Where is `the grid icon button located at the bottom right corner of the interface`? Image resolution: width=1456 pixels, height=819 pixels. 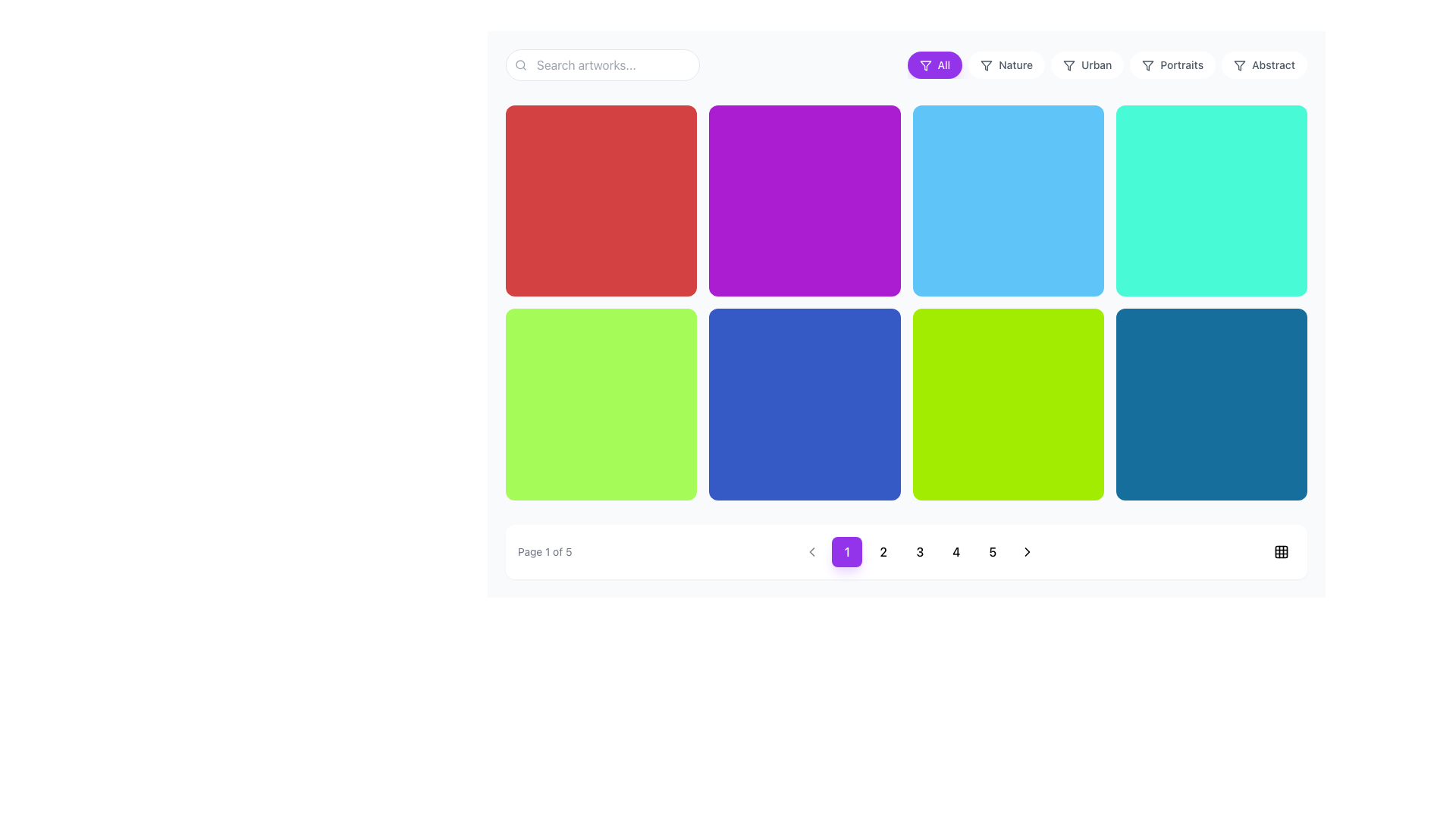
the grid icon button located at the bottom right corner of the interface is located at coordinates (1280, 551).